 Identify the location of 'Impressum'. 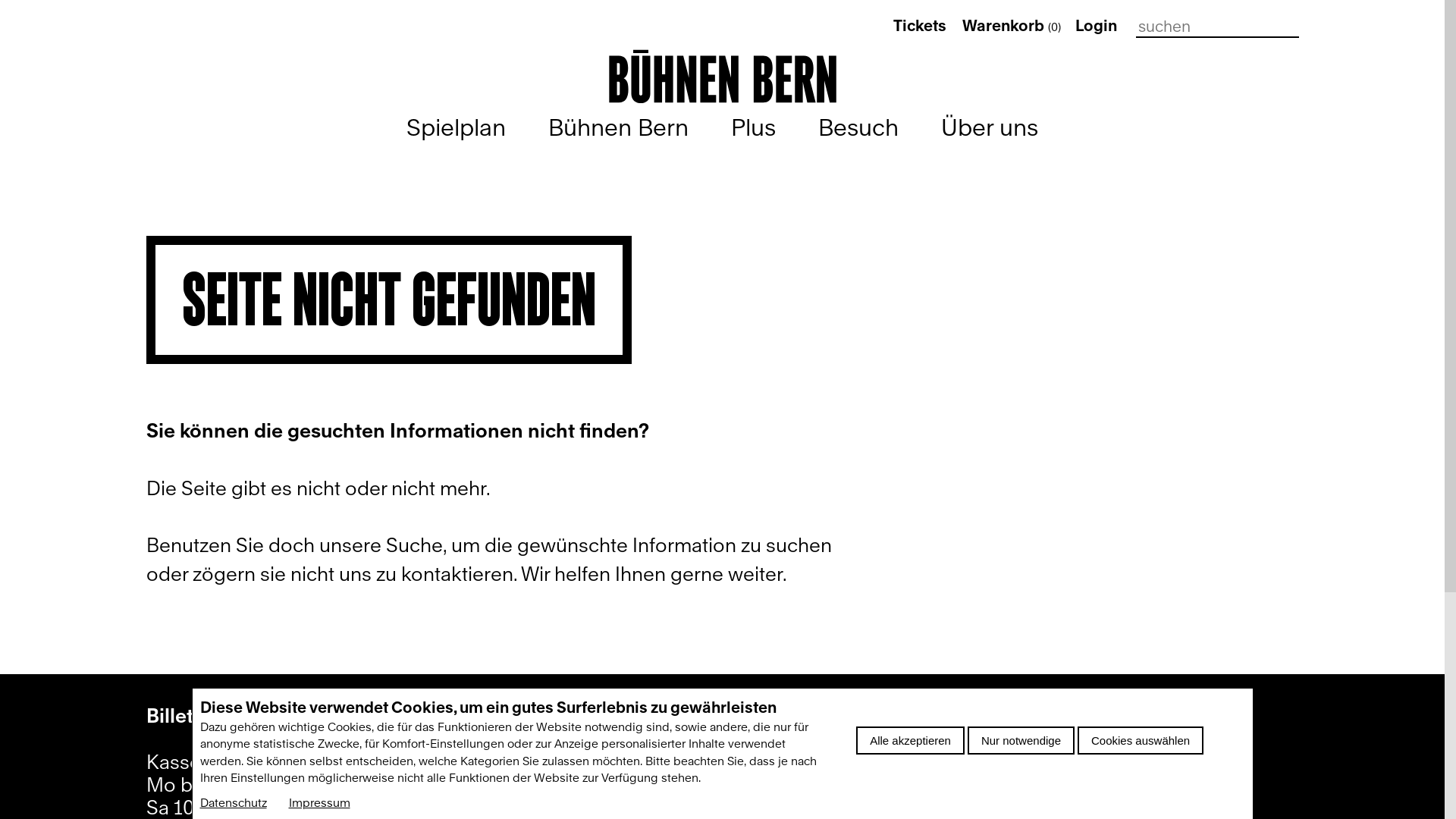
(318, 802).